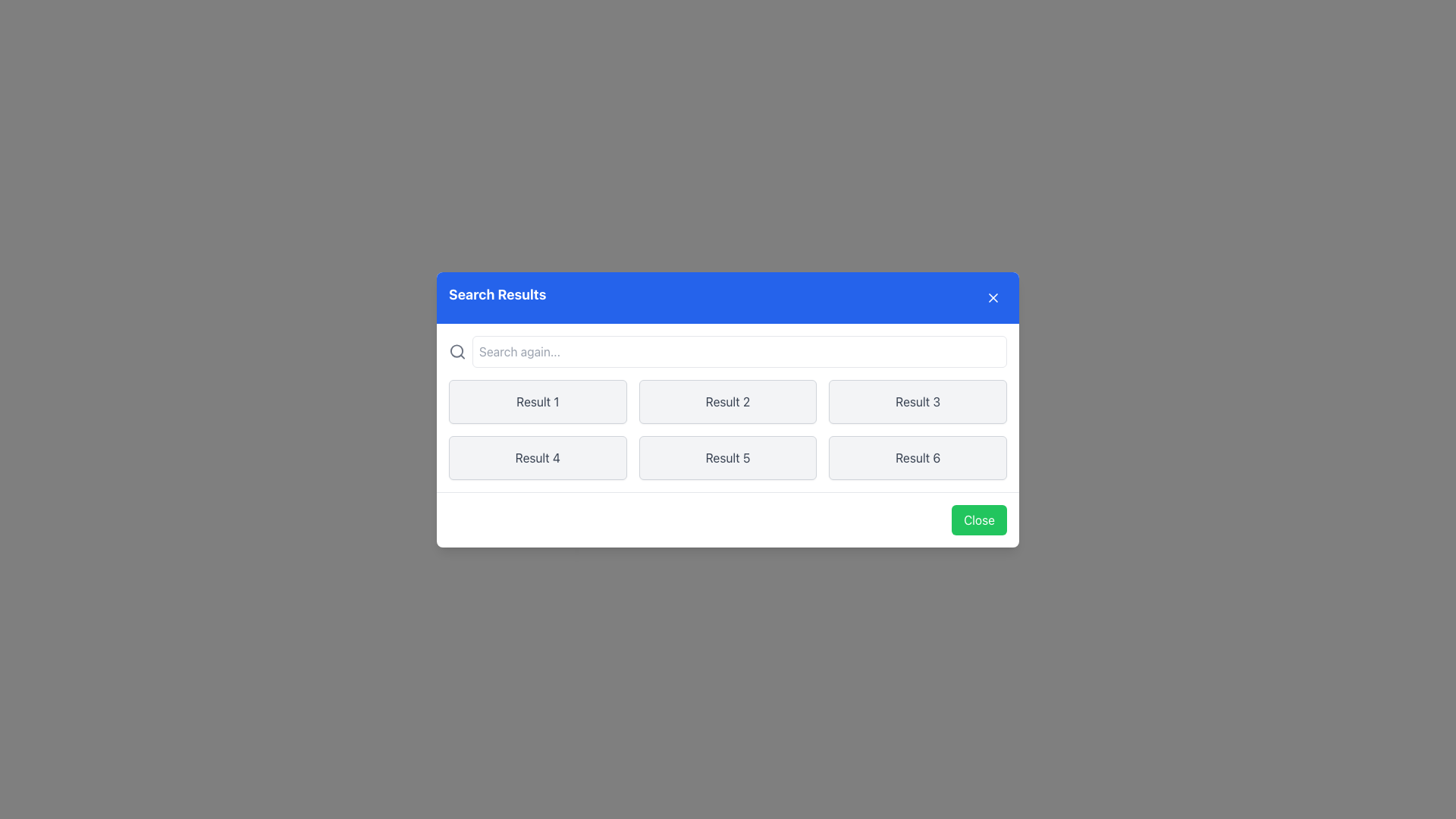 The width and height of the screenshot is (1456, 819). Describe the element at coordinates (979, 519) in the screenshot. I see `the green 'Close' button located in the bottom-right corner of the modal` at that location.